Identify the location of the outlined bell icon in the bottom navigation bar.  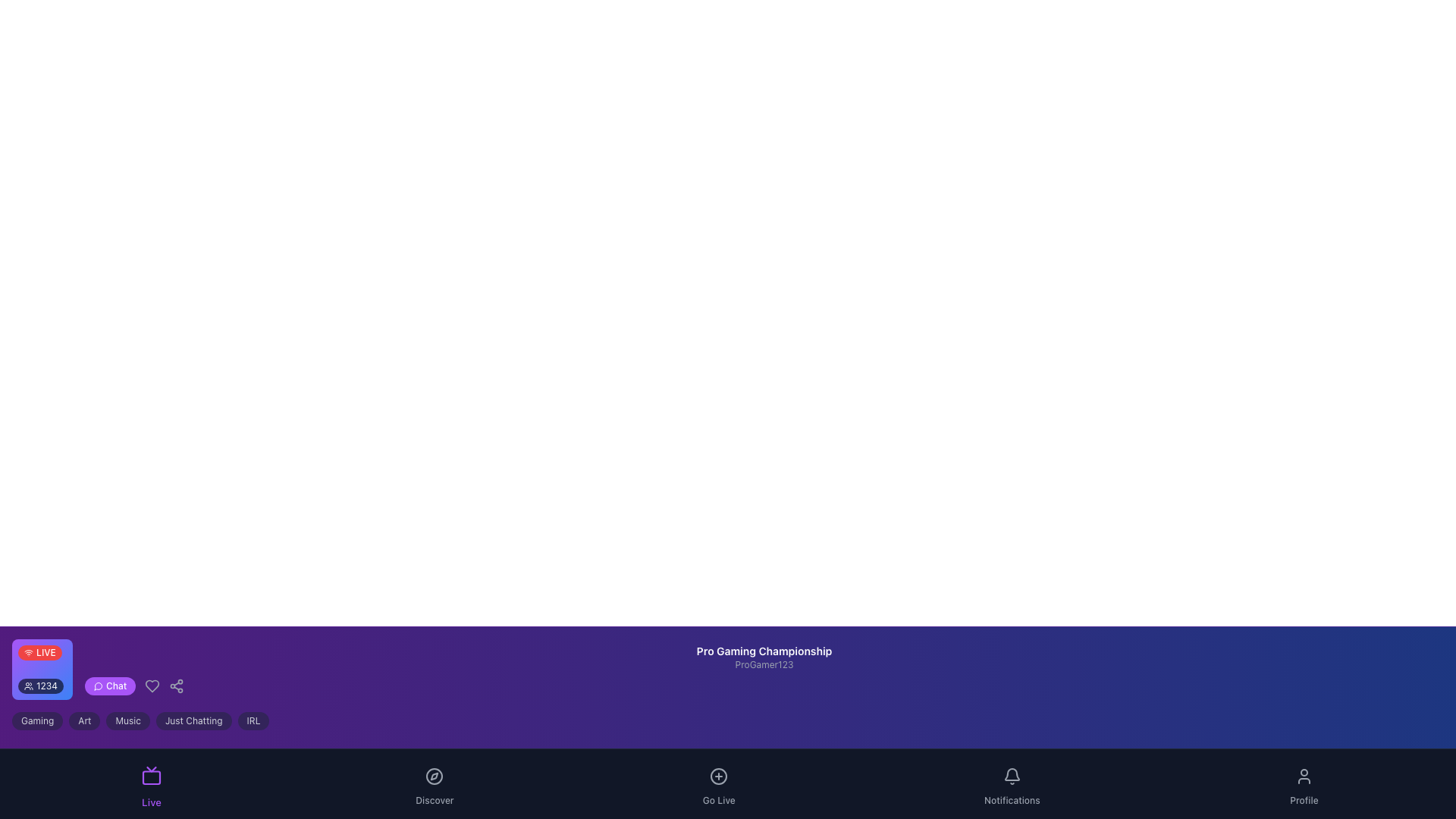
(1012, 776).